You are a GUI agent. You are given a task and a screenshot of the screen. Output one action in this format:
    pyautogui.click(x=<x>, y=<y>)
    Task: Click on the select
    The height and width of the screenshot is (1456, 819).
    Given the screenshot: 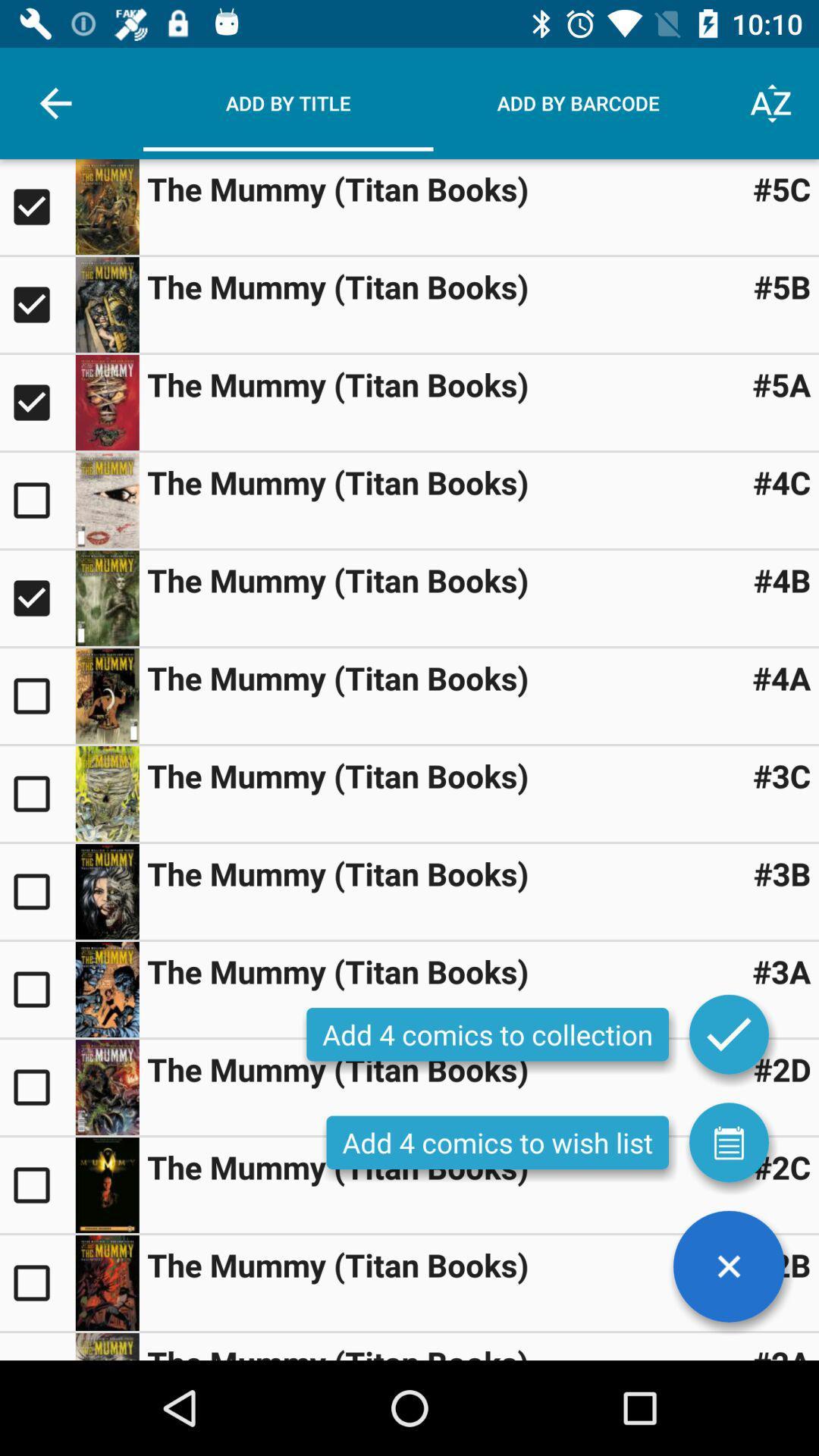 What is the action you would take?
    pyautogui.click(x=36, y=206)
    